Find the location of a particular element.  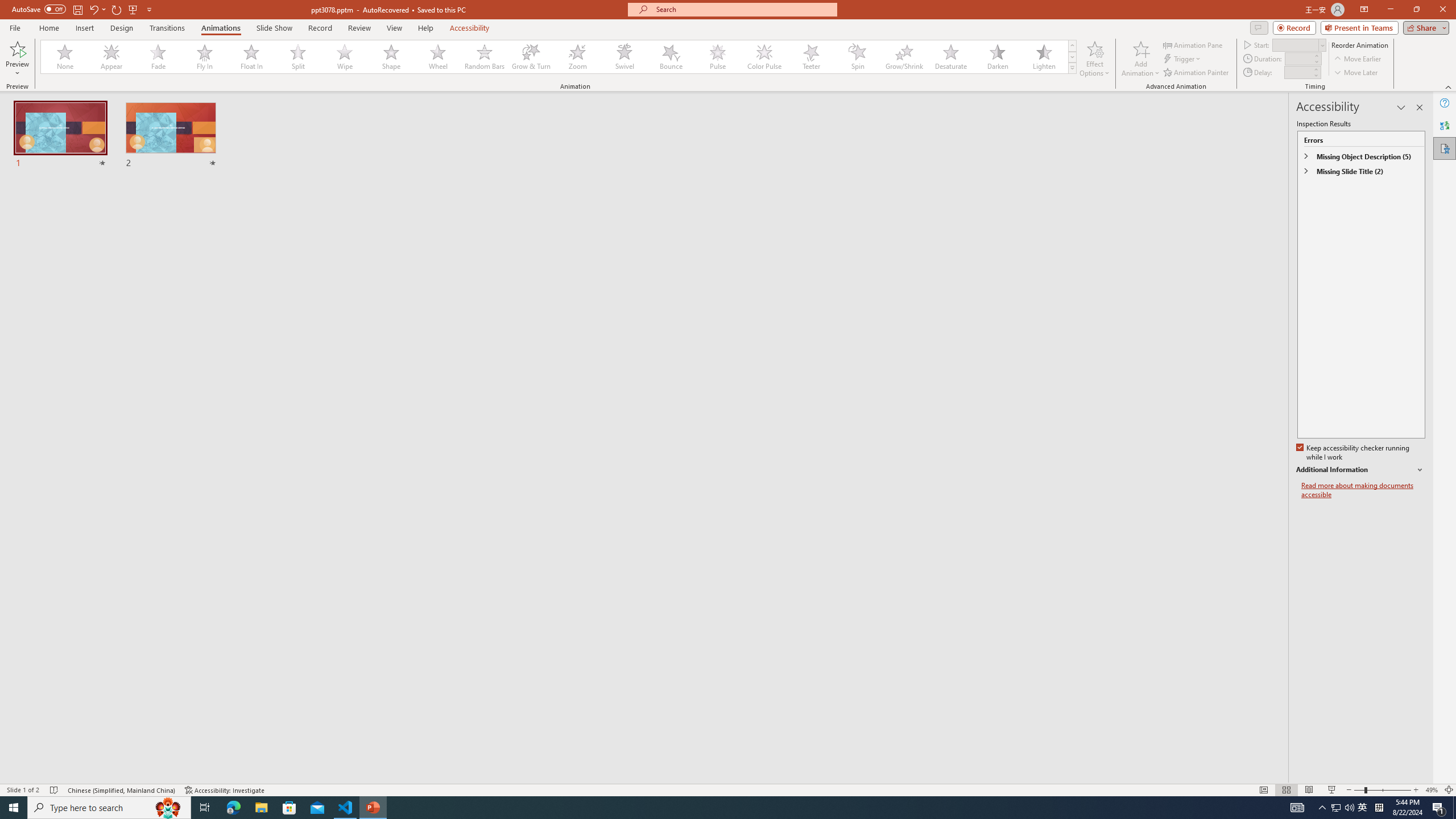

'Teeter' is located at coordinates (810, 56).